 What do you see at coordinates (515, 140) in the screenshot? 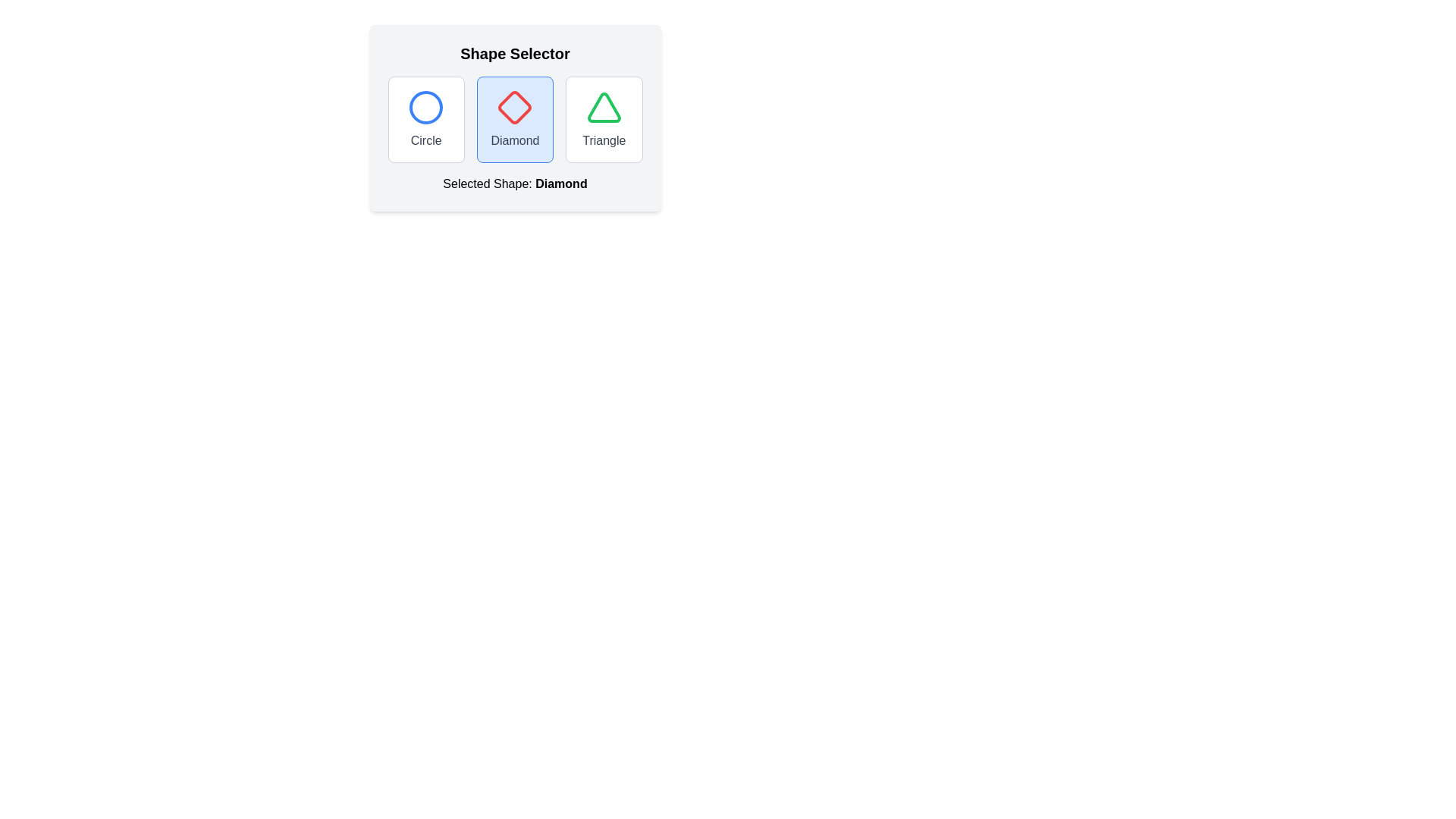
I see `the text label located immediately below the diamond icon in the middle selectable option of a group of three shape options` at bounding box center [515, 140].